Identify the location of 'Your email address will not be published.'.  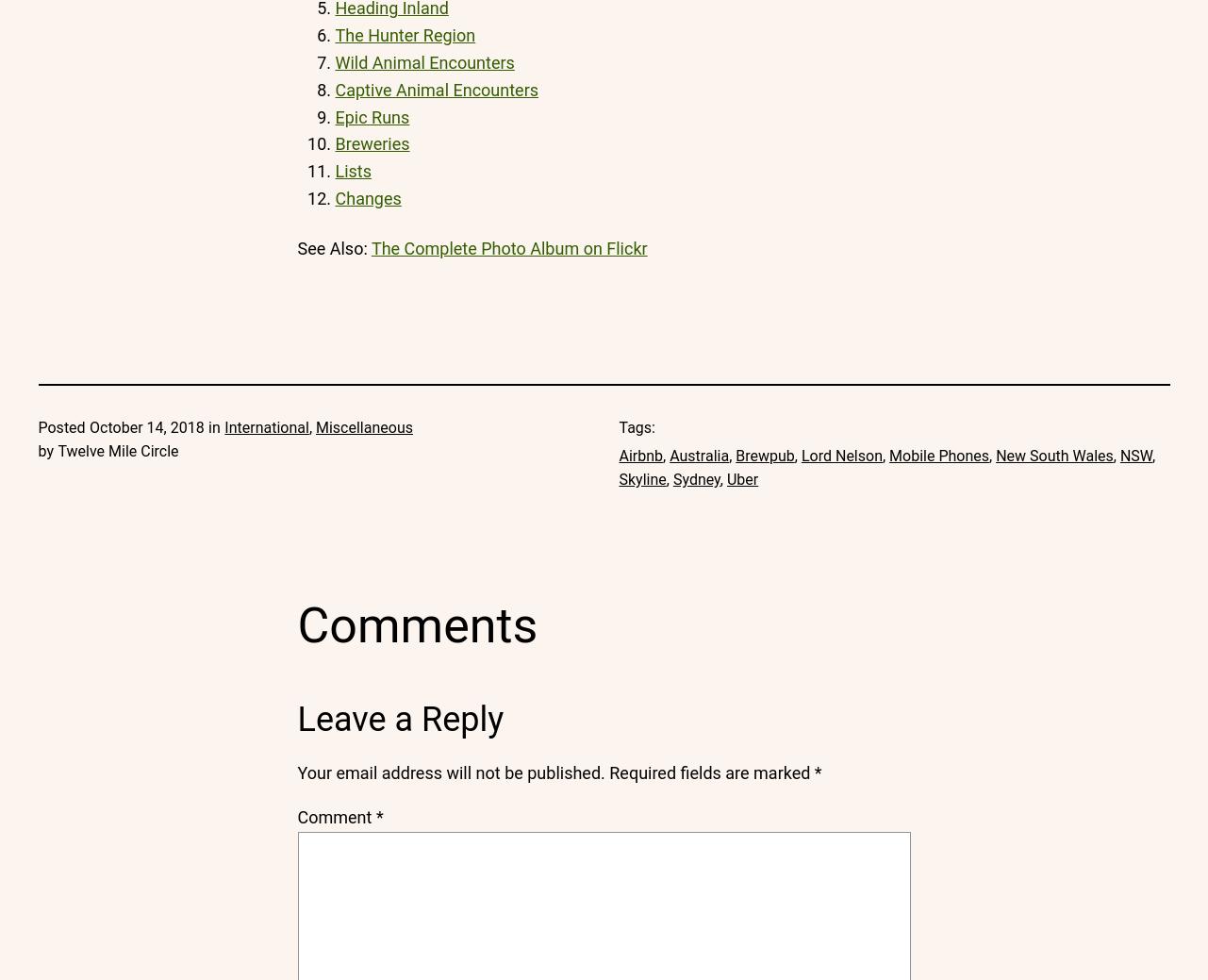
(449, 772).